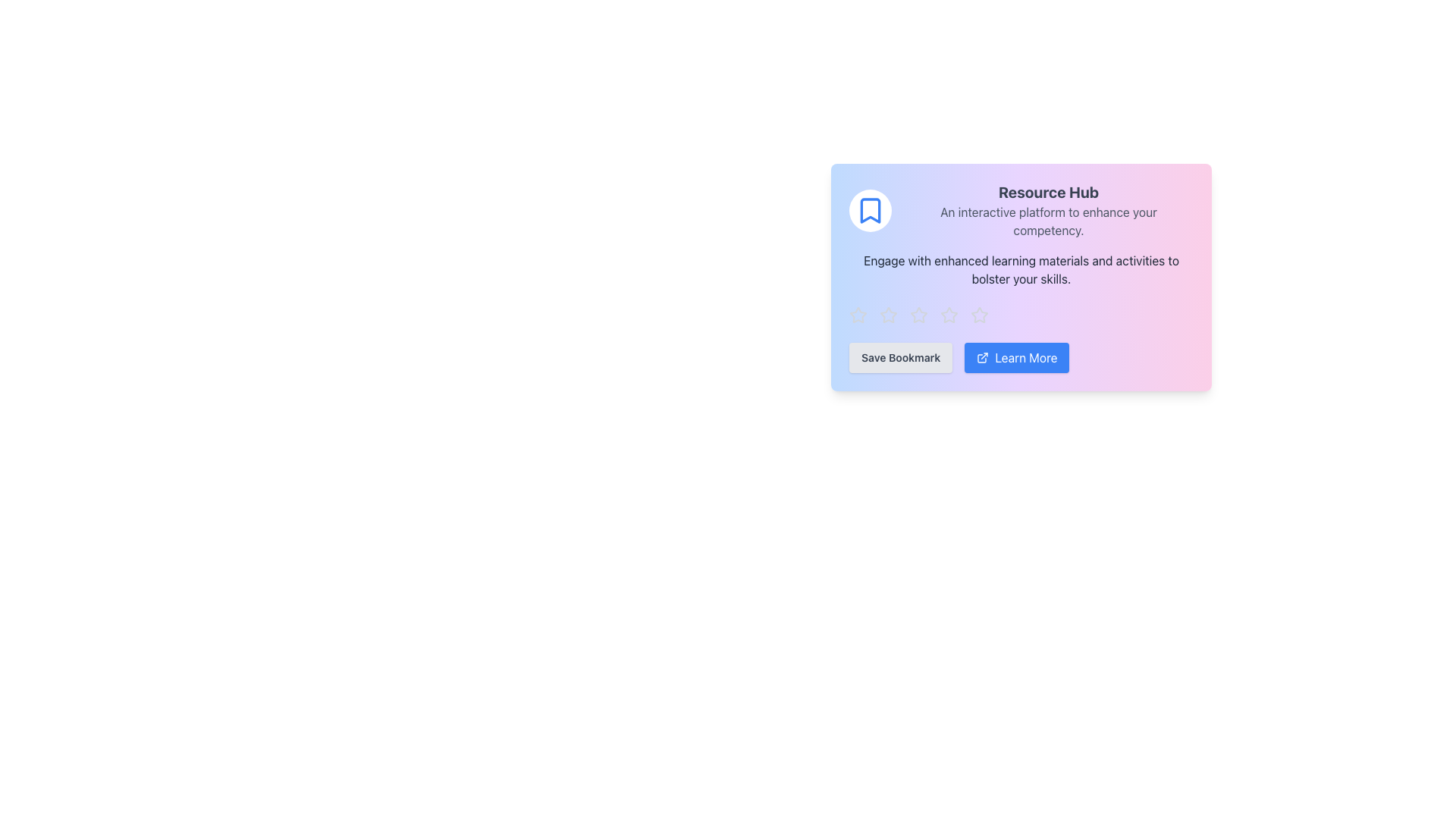  I want to click on the button located to the immediate right of the 'Save Bookmark' button in the 'Resource Hub' panel, so click(1021, 357).